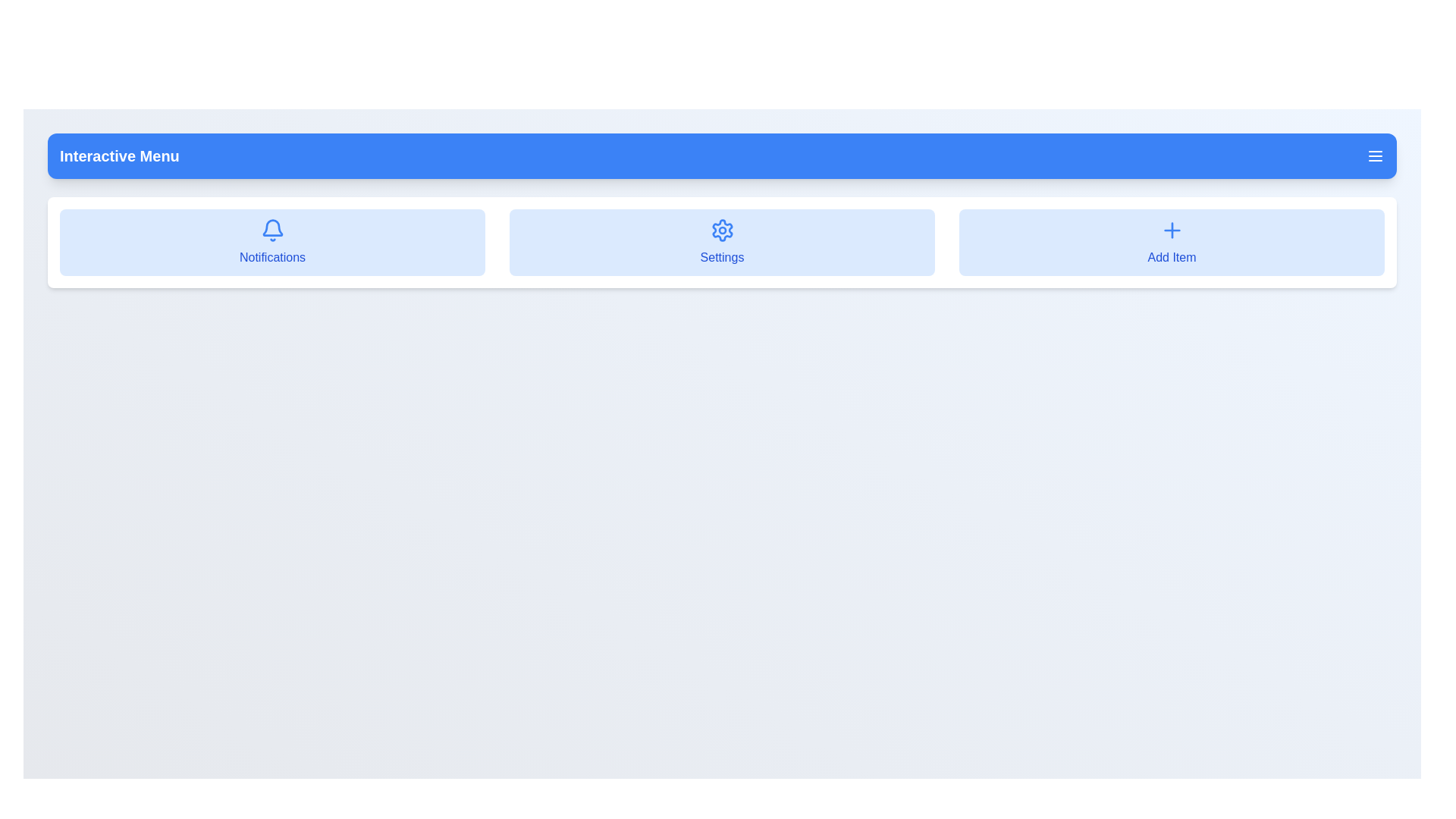  What do you see at coordinates (272, 242) in the screenshot?
I see `the menu item Notifications` at bounding box center [272, 242].